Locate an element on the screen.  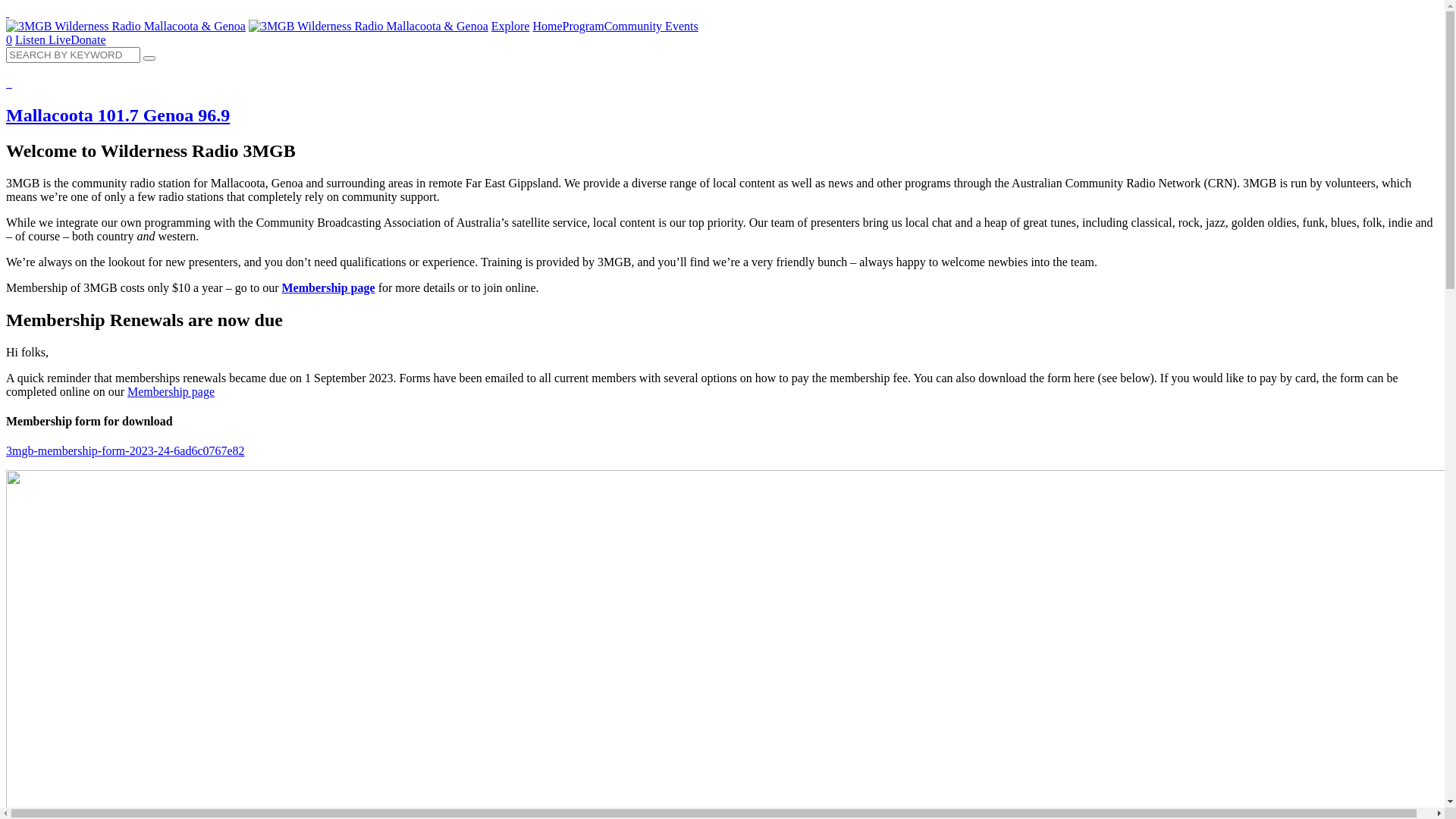
'Membership page' is located at coordinates (328, 287).